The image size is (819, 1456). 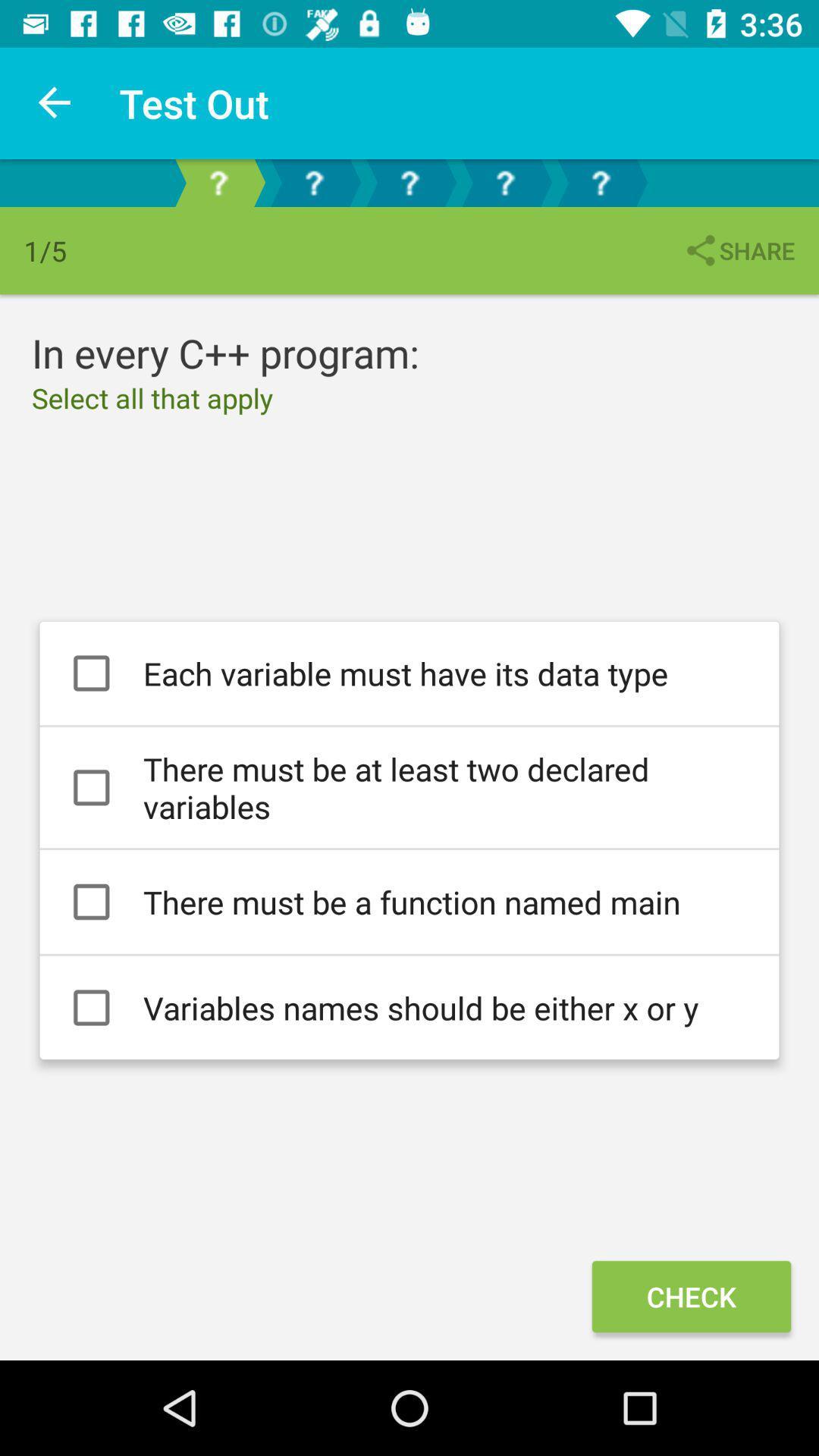 What do you see at coordinates (738, 250) in the screenshot?
I see `the item above the each variable must item` at bounding box center [738, 250].